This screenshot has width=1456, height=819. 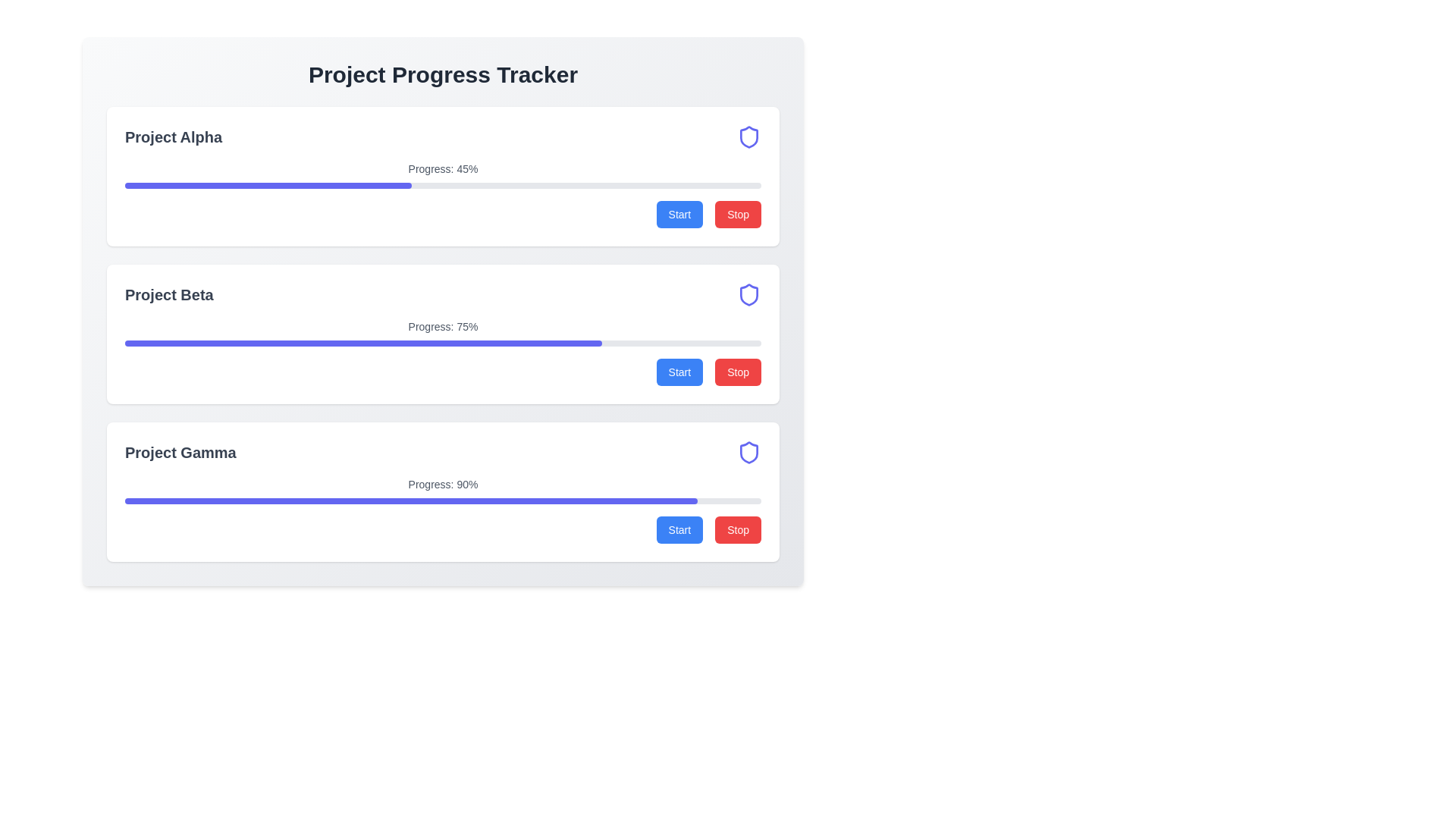 What do you see at coordinates (749, 295) in the screenshot?
I see `the shield icon with a blue border and white interior located in the top-right corner of the 'Project Beta' section in the project progress tracker UI` at bounding box center [749, 295].